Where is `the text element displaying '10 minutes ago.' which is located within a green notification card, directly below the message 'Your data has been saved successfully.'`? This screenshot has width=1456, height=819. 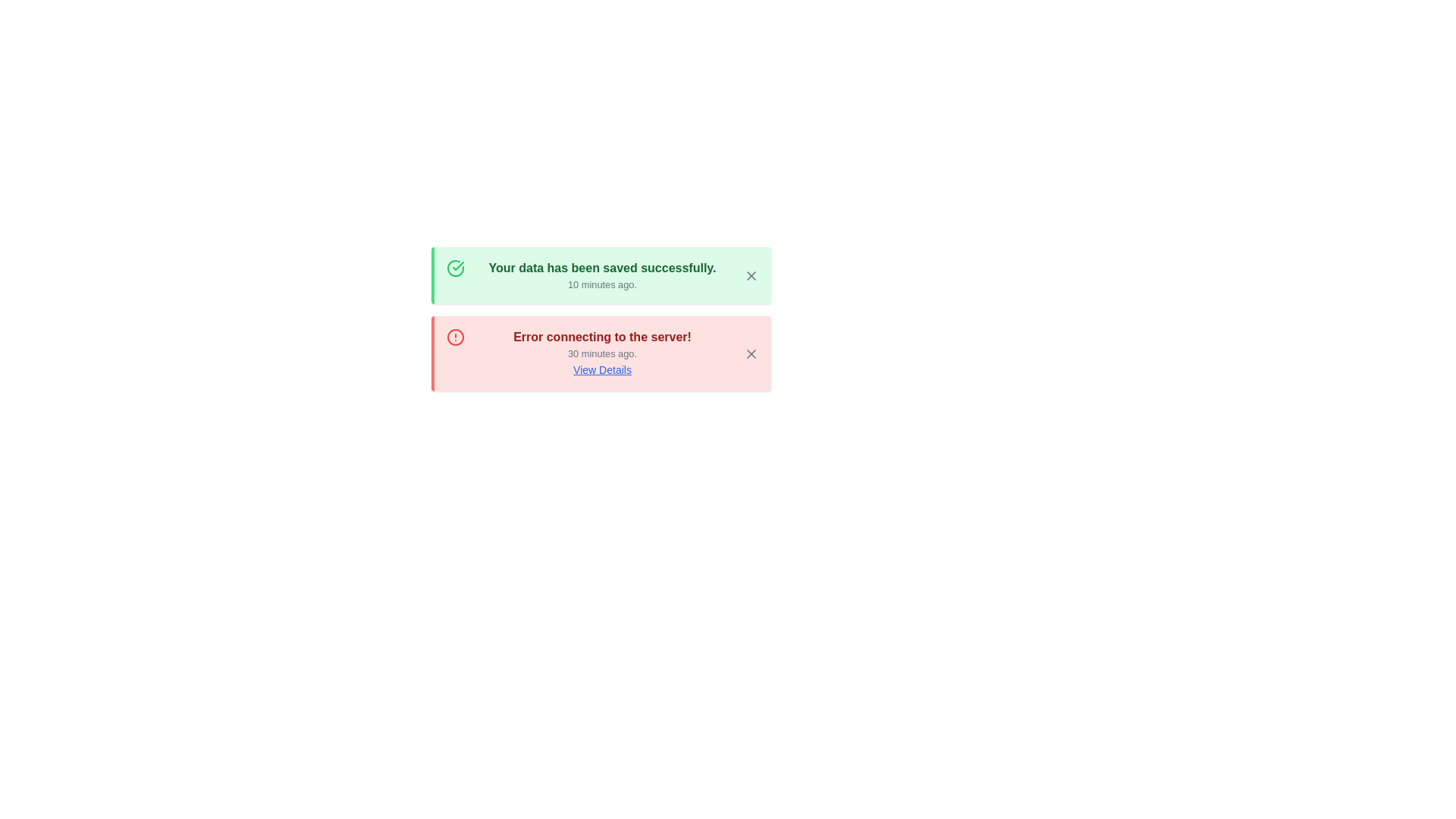
the text element displaying '10 minutes ago.' which is located within a green notification card, directly below the message 'Your data has been saved successfully.' is located at coordinates (601, 284).